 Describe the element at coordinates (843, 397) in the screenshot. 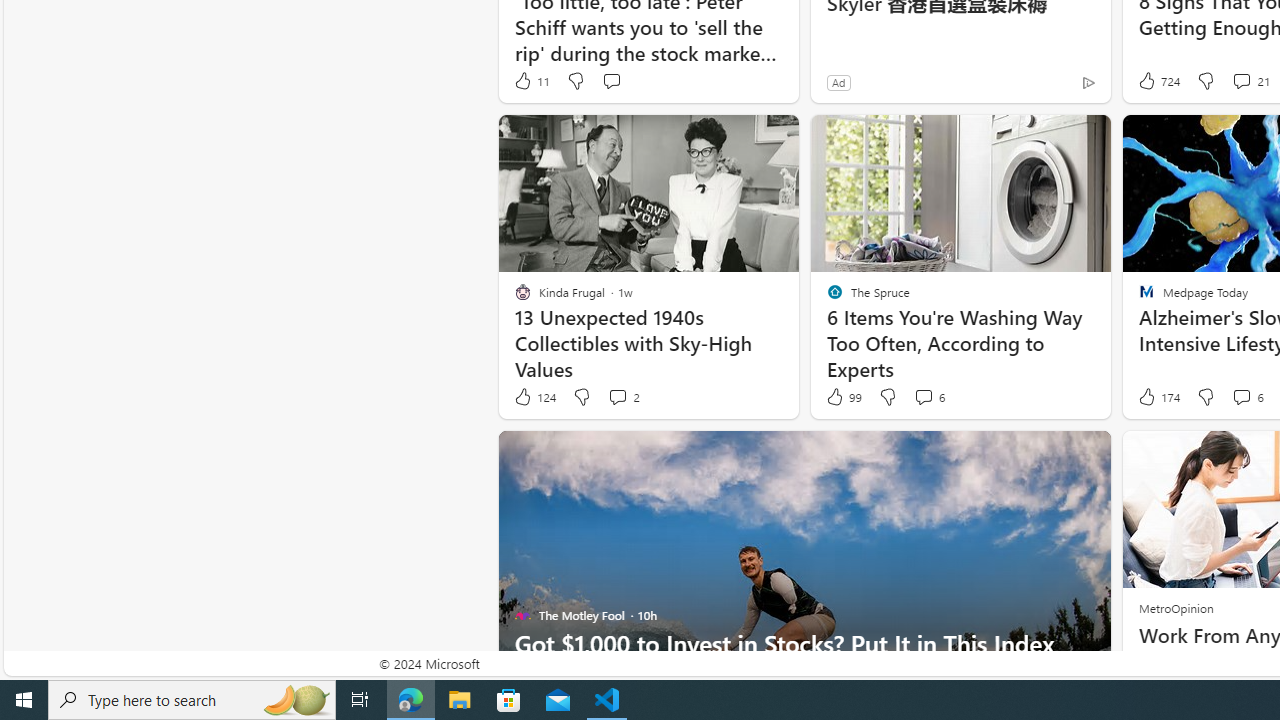

I see `'99 Like'` at that location.